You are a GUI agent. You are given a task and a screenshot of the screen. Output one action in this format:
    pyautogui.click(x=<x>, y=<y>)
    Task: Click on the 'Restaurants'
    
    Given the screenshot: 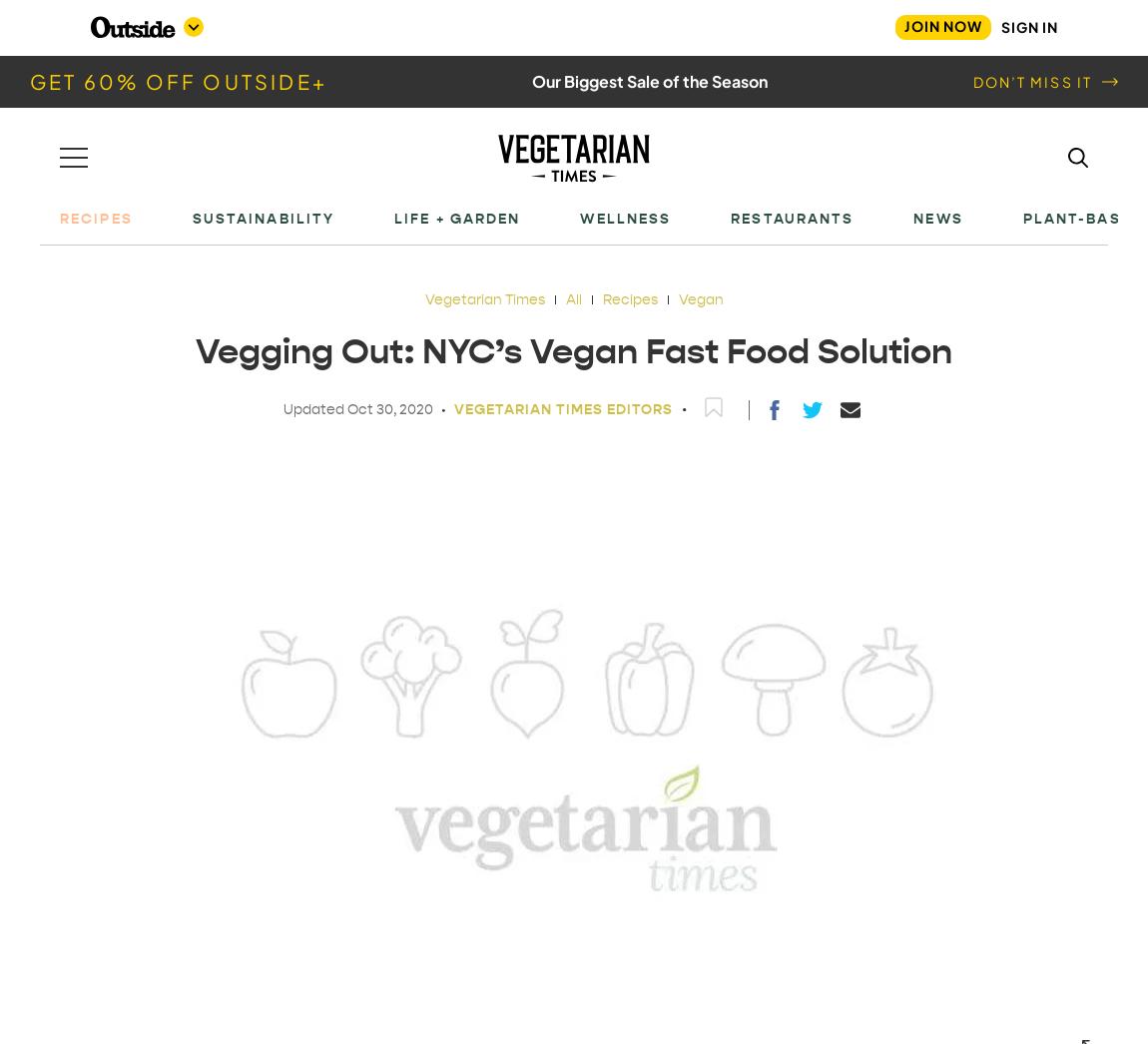 What is the action you would take?
    pyautogui.click(x=791, y=217)
    